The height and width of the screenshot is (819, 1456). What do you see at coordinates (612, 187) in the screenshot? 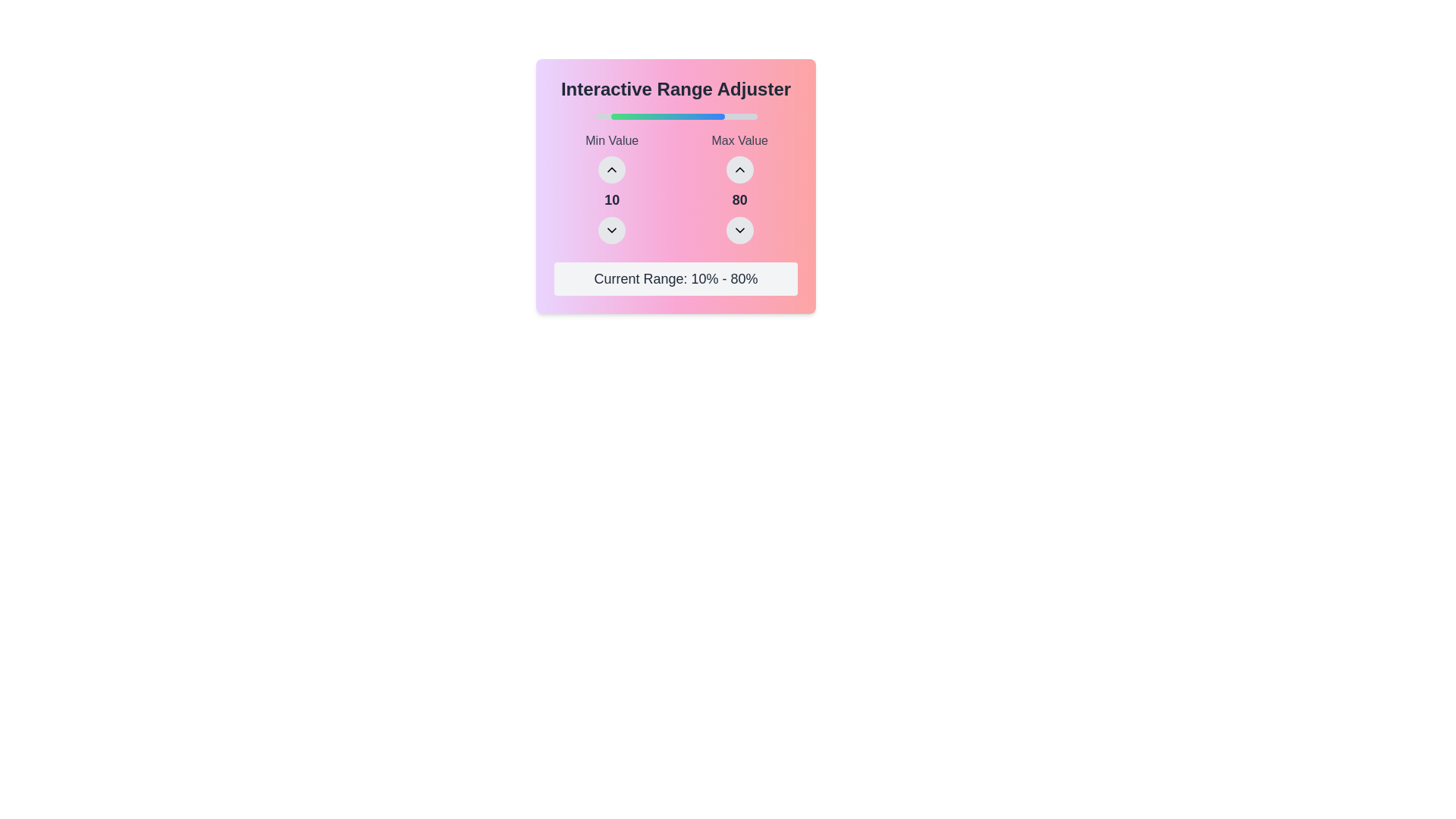
I see `the up arrow button of the 'Interactive Range Adjuster' component to increase the numeric value` at bounding box center [612, 187].